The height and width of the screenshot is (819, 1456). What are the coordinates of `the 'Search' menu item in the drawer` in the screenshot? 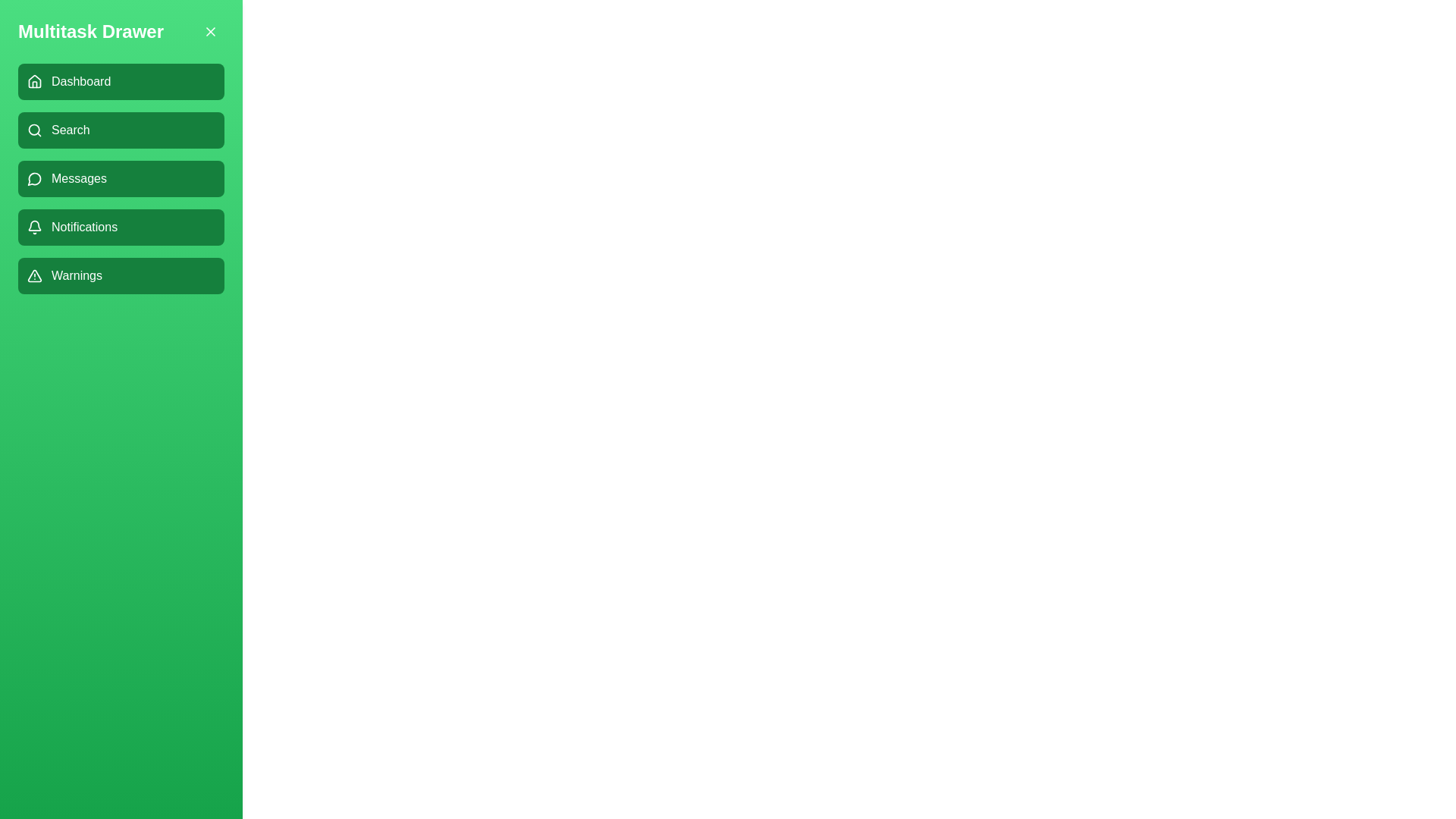 It's located at (120, 130).